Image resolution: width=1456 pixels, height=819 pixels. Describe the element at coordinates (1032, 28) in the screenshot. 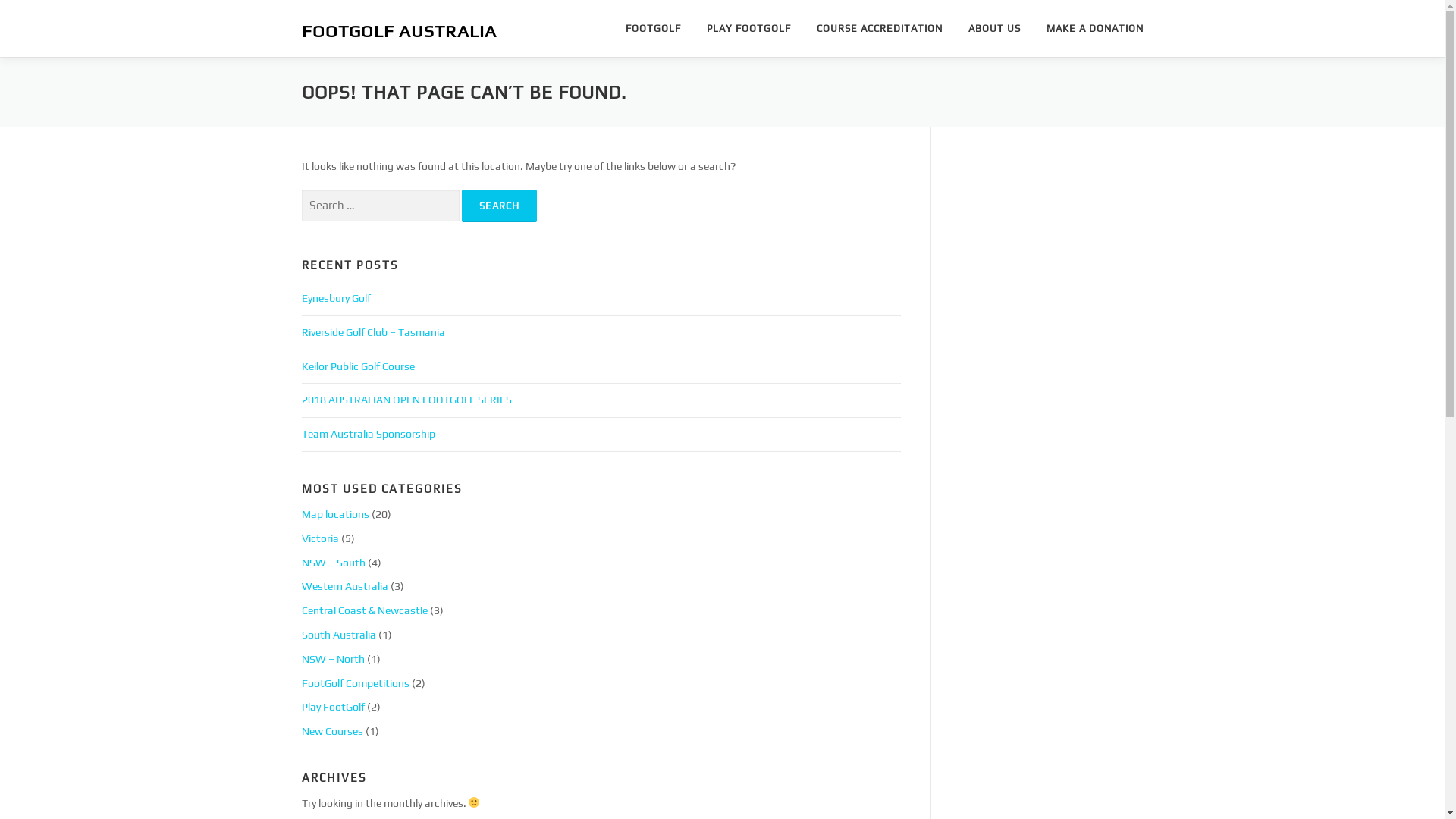

I see `'MAKE A DONATION'` at that location.